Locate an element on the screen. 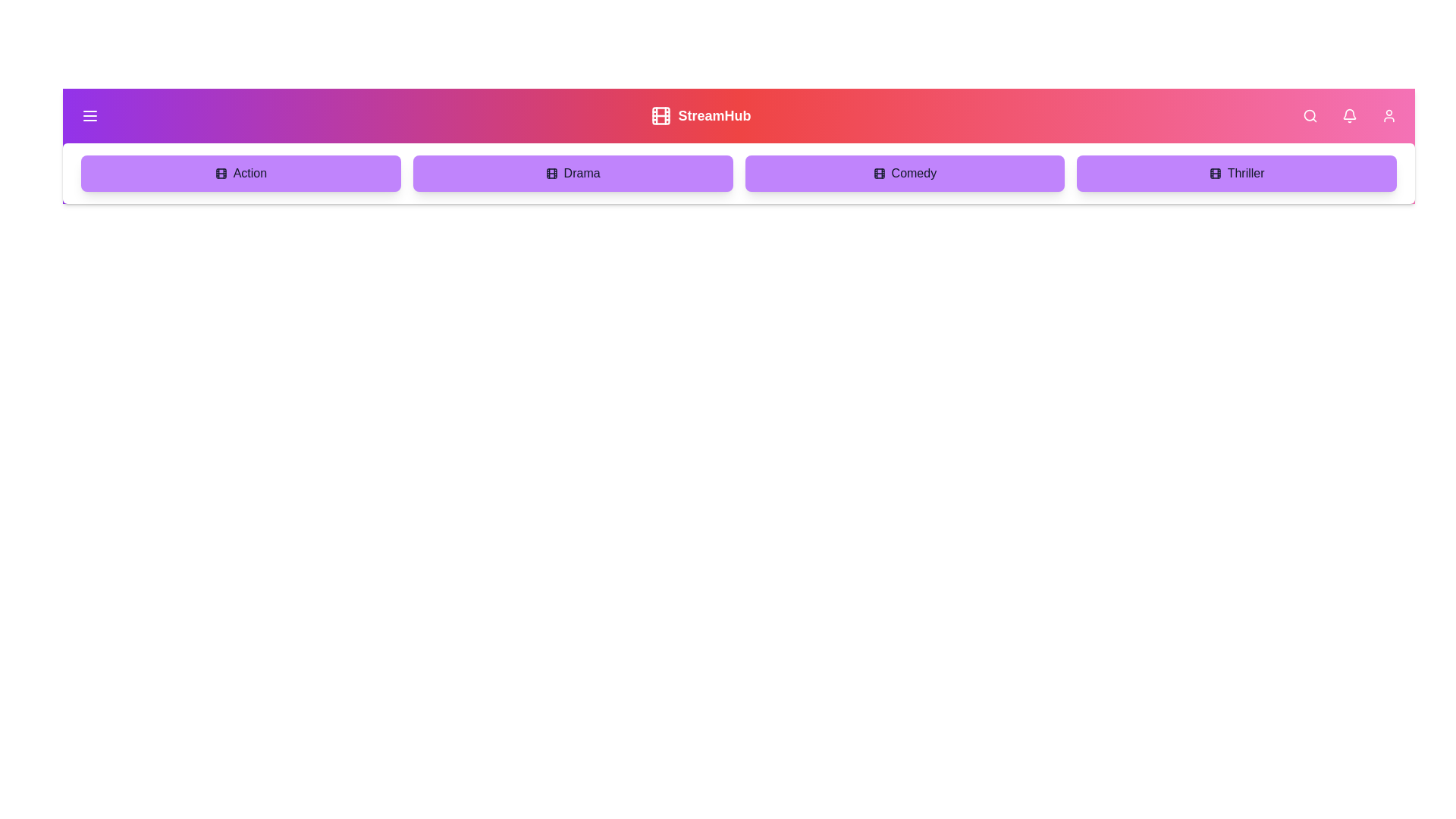  the notification bell icon button is located at coordinates (1350, 115).